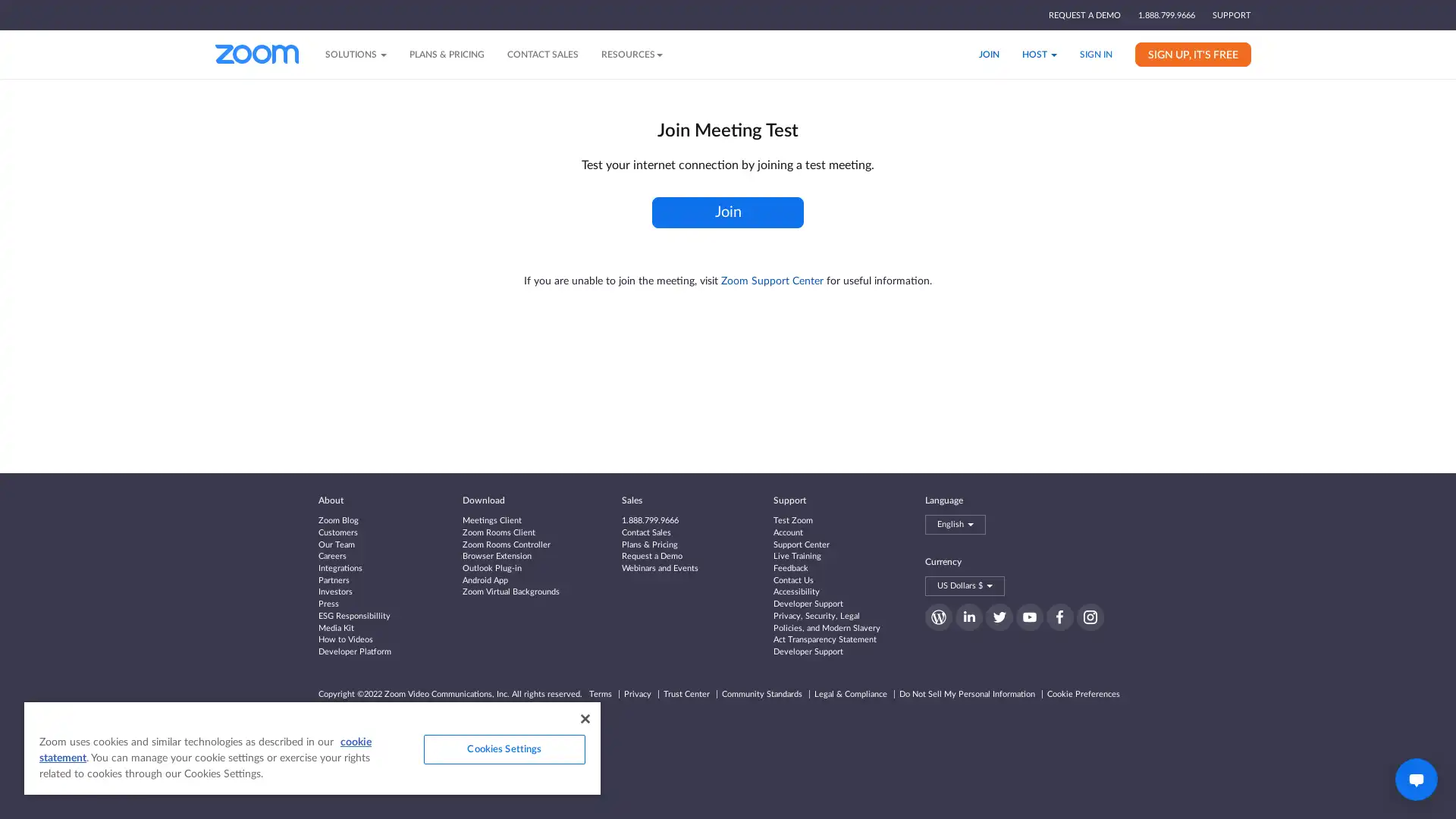  I want to click on Close, so click(584, 718).